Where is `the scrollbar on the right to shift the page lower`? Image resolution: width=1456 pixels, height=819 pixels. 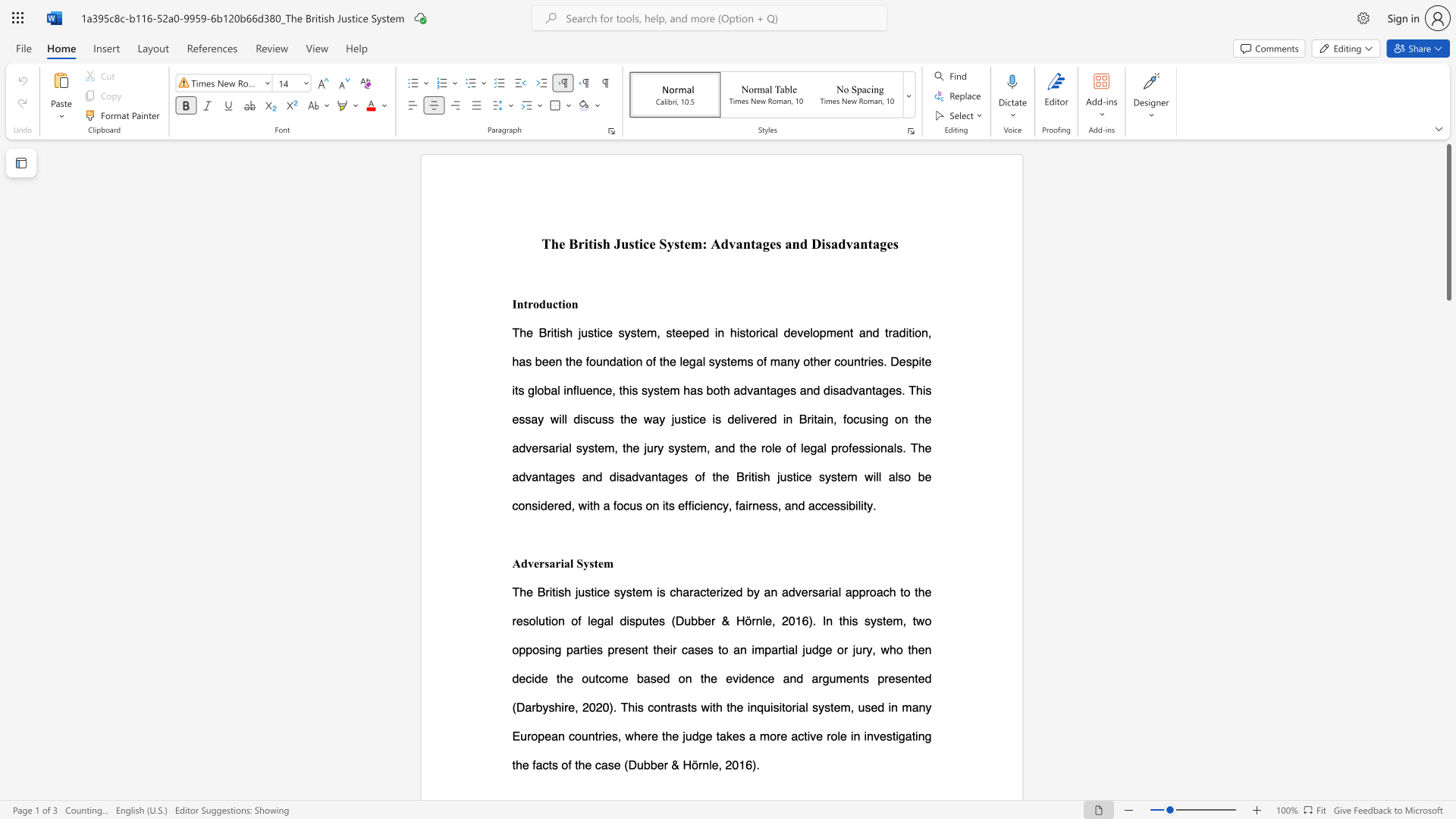 the scrollbar on the right to shift the page lower is located at coordinates (1448, 788).